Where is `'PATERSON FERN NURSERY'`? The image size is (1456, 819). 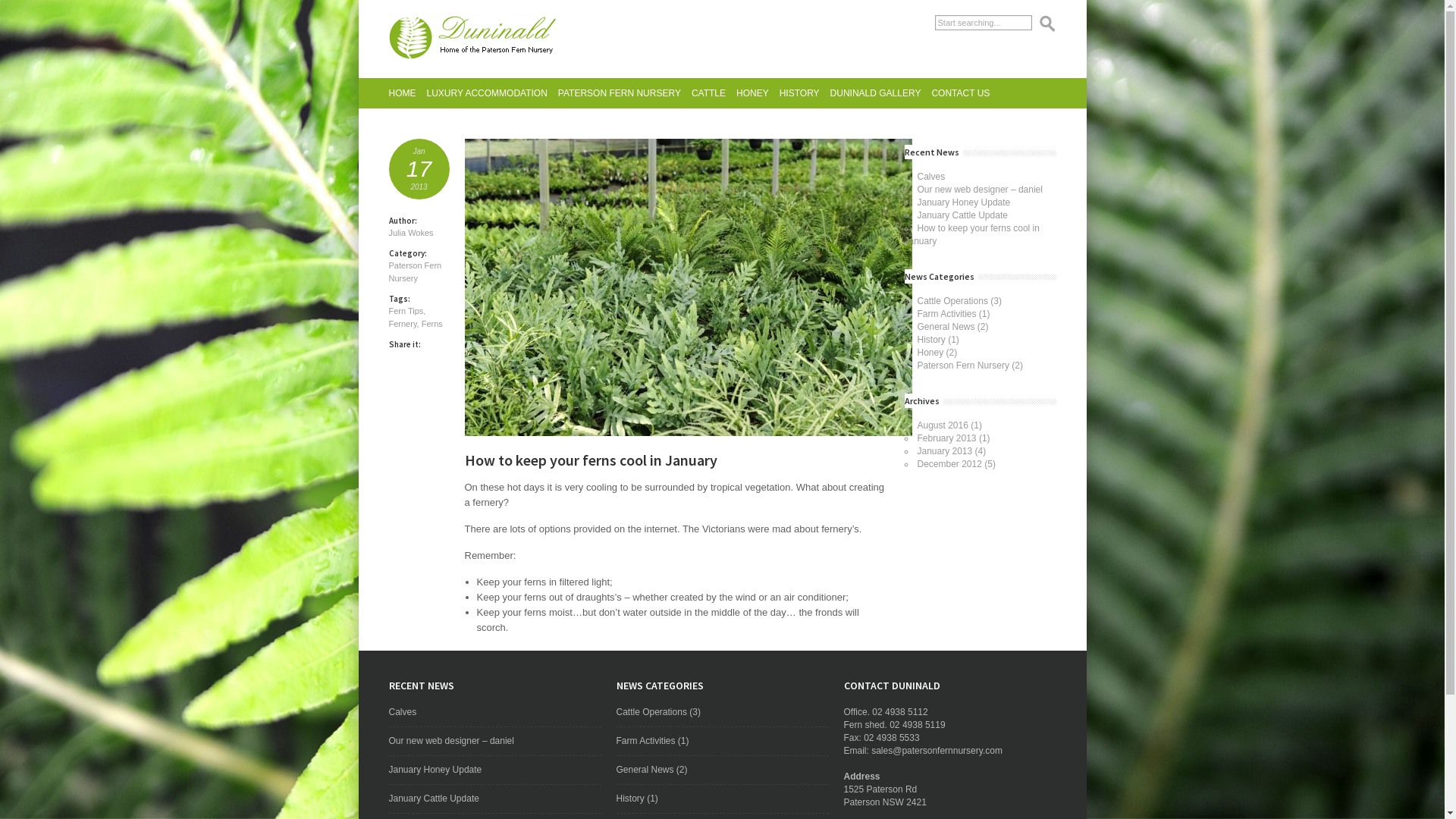
'PATERSON FERN NURSERY' is located at coordinates (619, 93).